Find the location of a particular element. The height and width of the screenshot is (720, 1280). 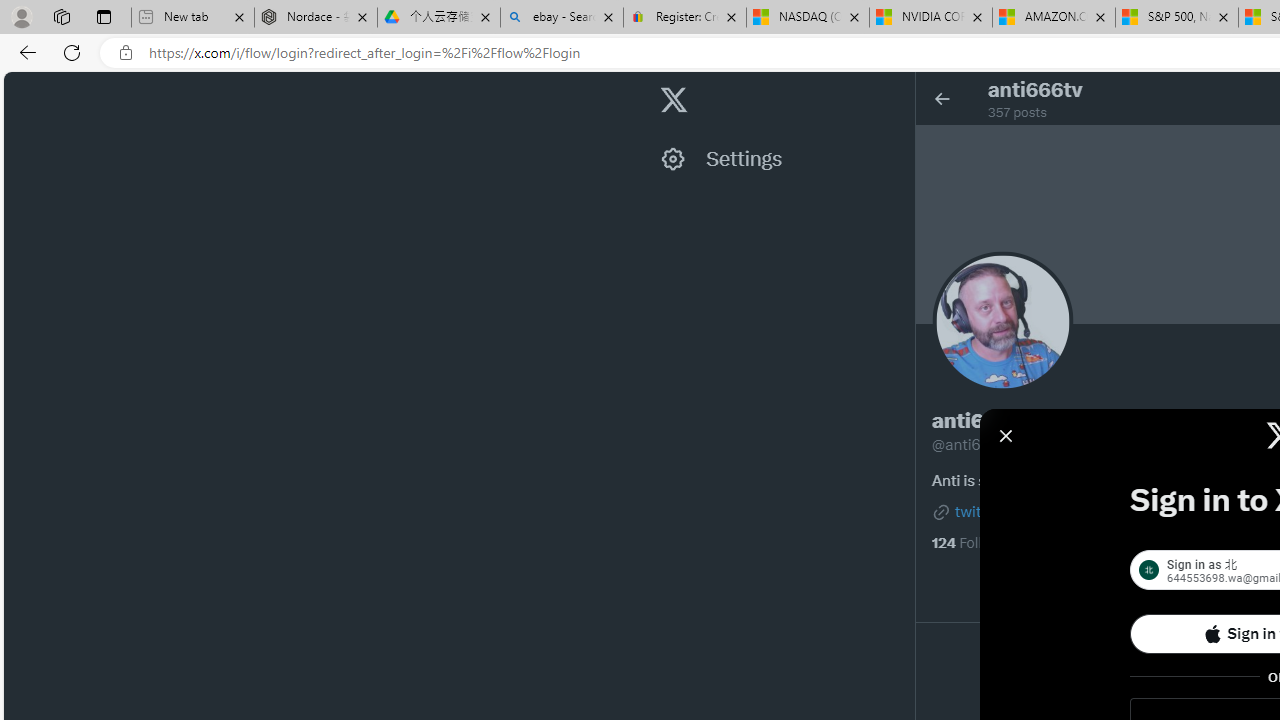

'Personal Profile' is located at coordinates (21, 16).